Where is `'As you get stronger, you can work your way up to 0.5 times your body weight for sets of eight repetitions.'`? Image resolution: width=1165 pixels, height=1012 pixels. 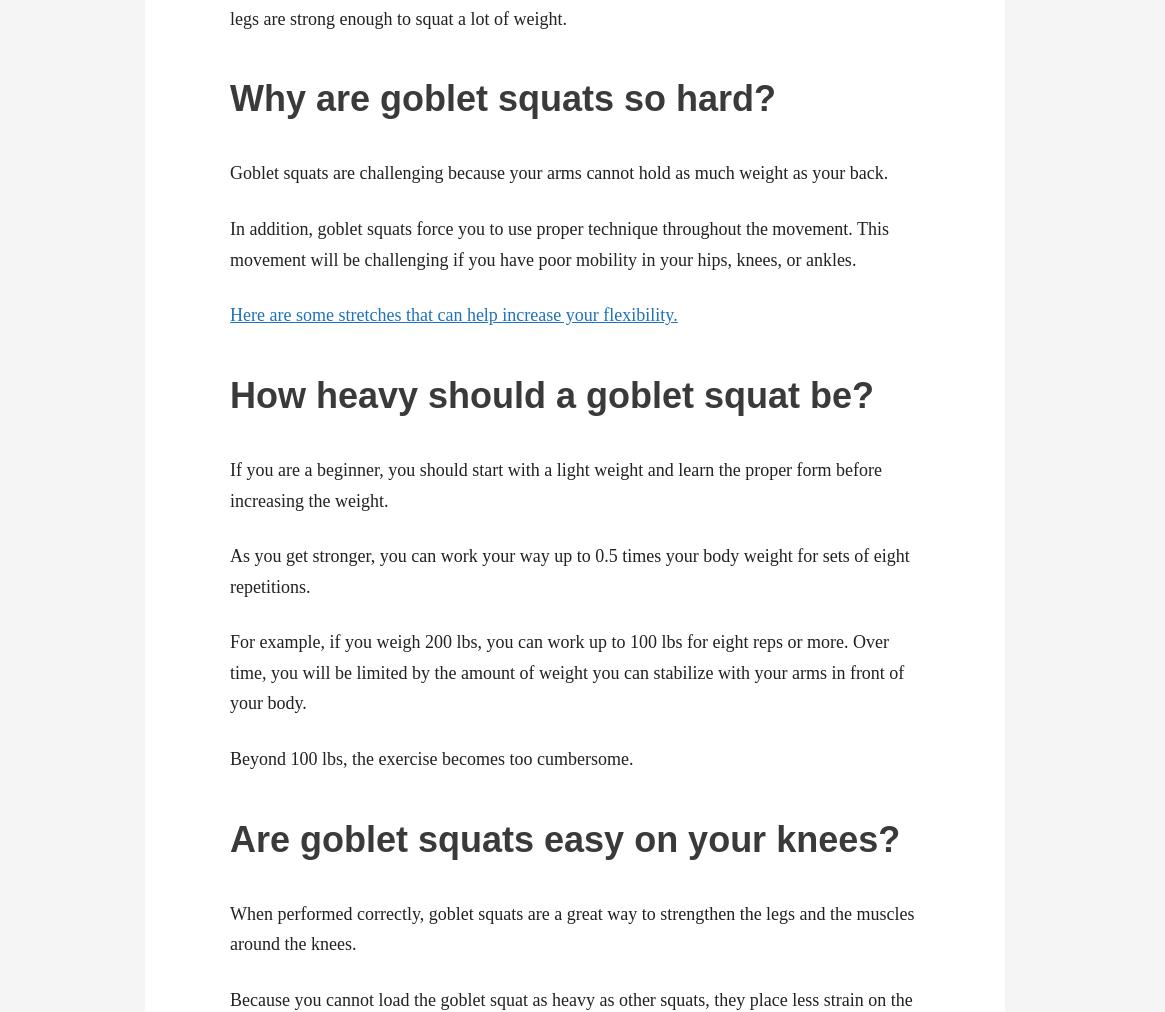
'As you get stronger, you can work your way up to 0.5 times your body weight for sets of eight repetitions.' is located at coordinates (229, 569).